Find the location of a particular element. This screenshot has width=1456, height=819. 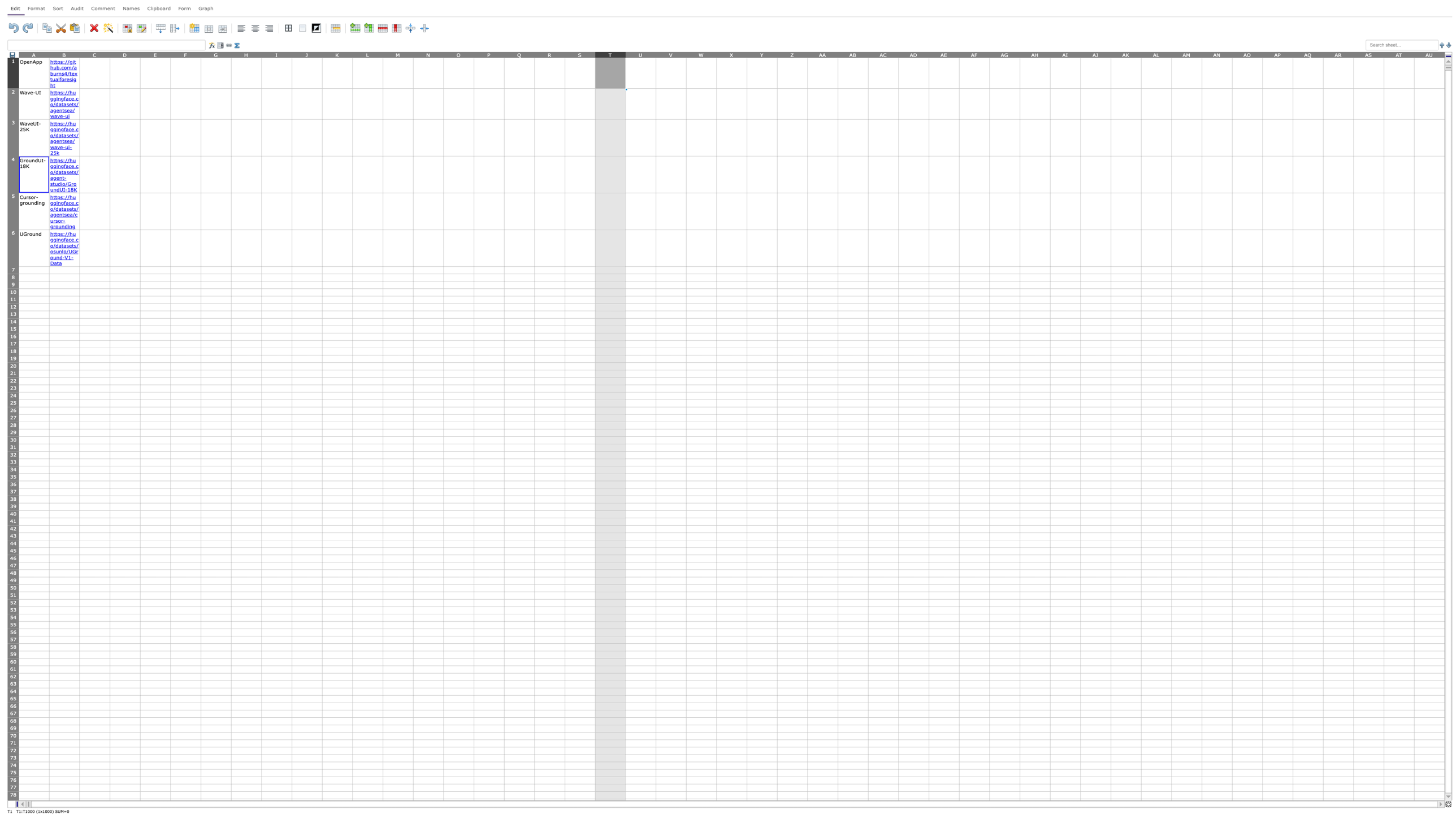

Move cursor to column V is located at coordinates (671, 54).